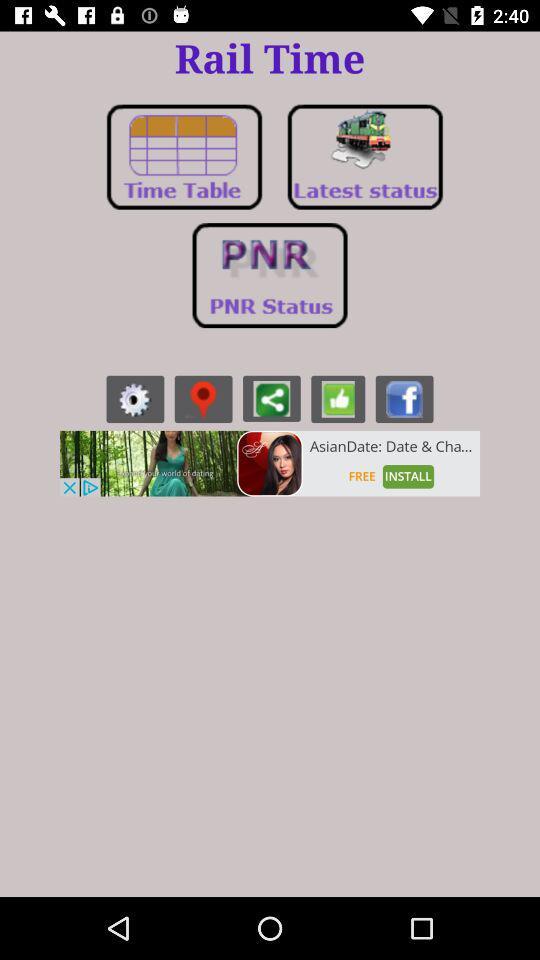 Image resolution: width=540 pixels, height=960 pixels. I want to click on advertisement to install app, so click(270, 463).